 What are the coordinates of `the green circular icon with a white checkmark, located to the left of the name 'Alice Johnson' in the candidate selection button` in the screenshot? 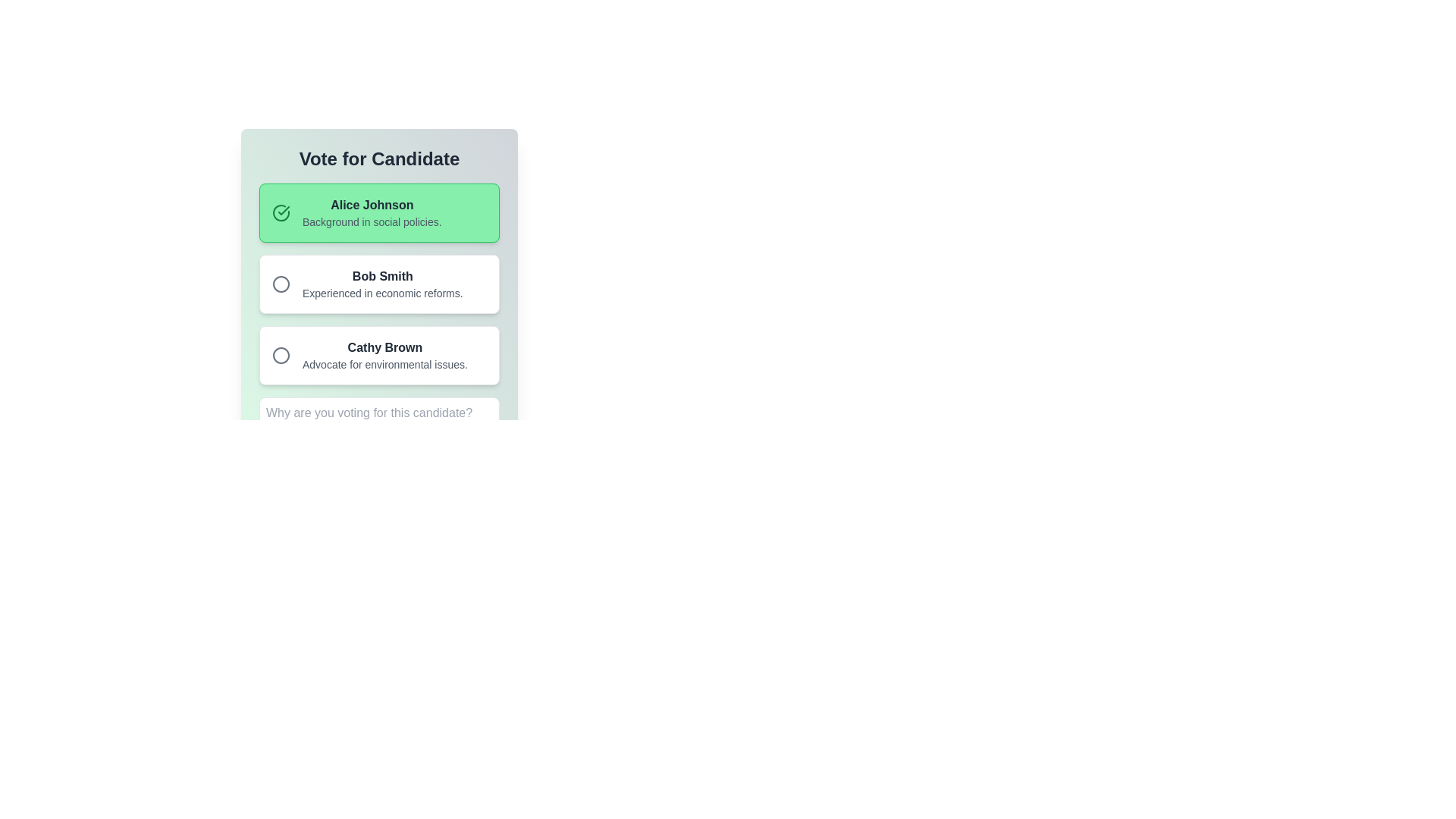 It's located at (281, 213).